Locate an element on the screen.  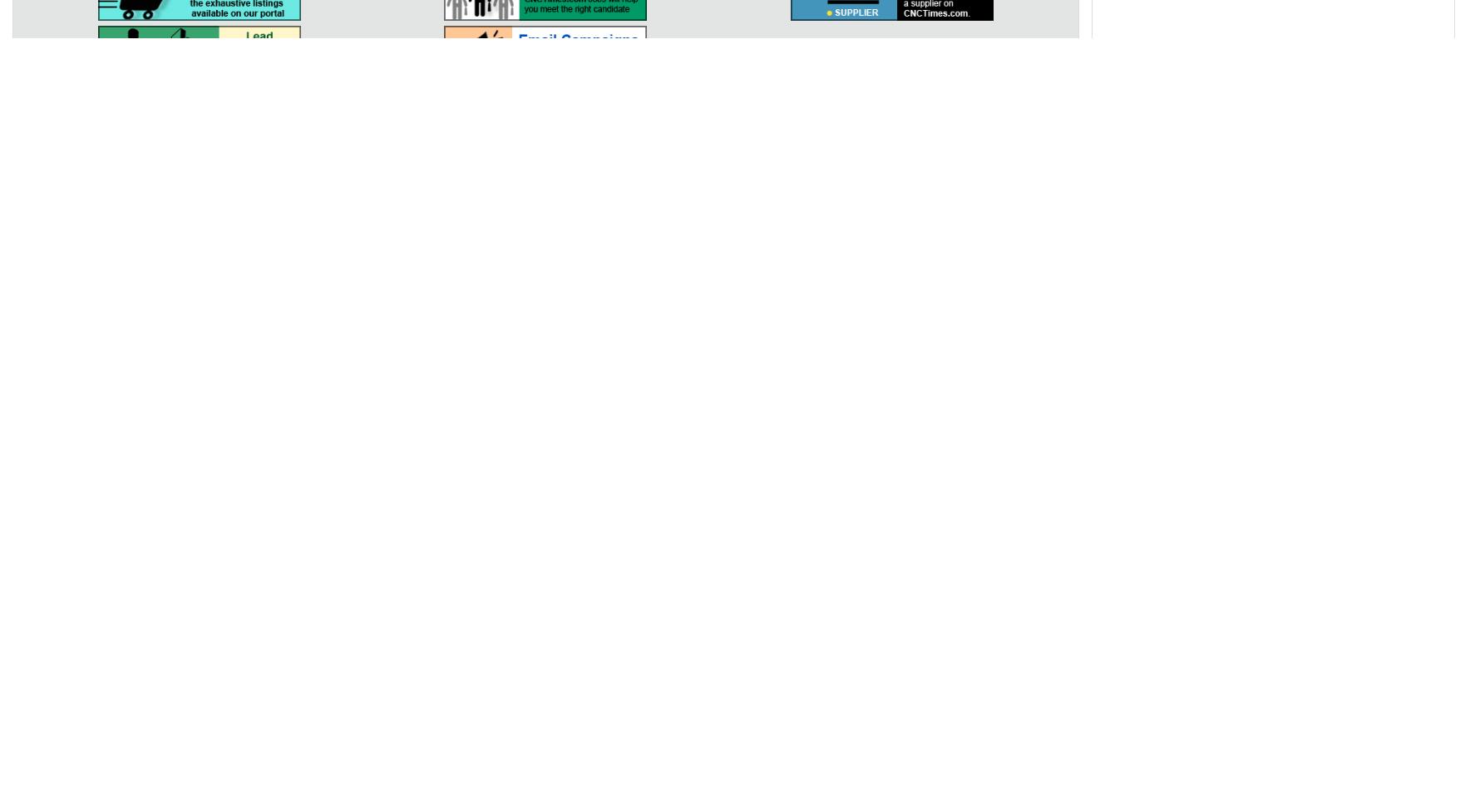
'Aerospace' is located at coordinates (1030, 221).